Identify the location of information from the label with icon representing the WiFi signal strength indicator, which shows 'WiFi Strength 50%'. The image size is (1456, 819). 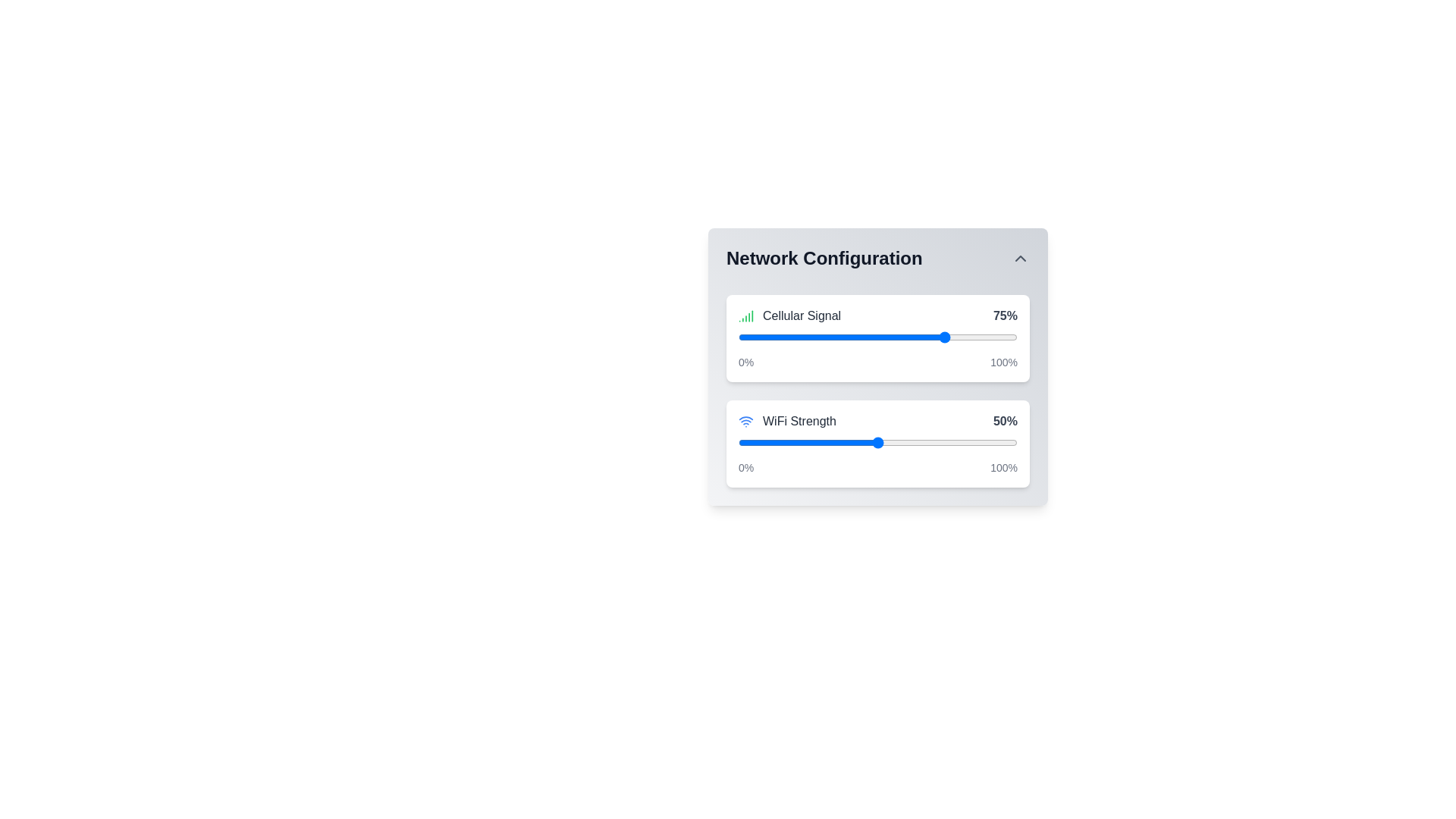
(787, 421).